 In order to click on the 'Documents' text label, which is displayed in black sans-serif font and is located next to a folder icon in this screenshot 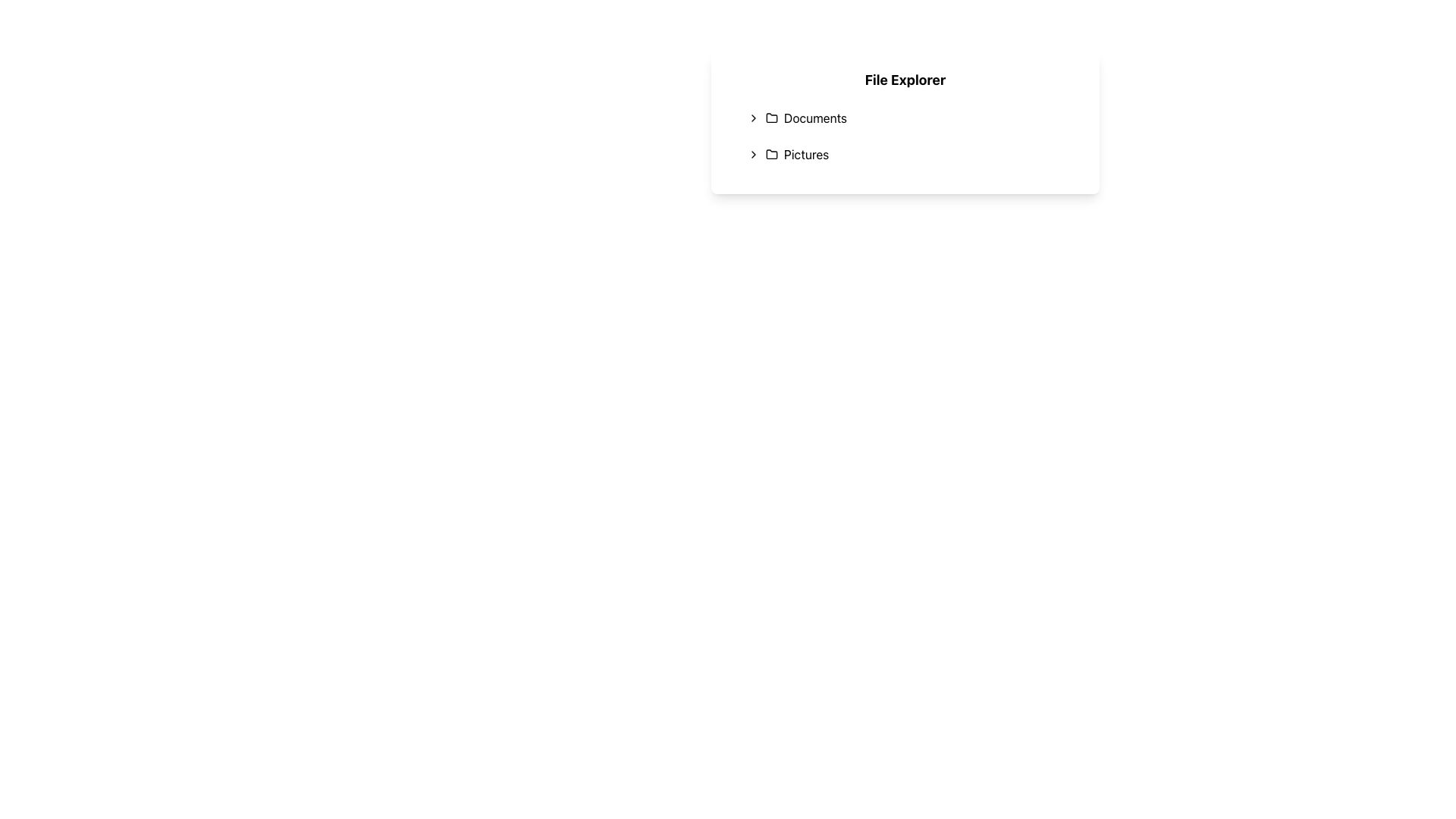, I will do `click(814, 117)`.